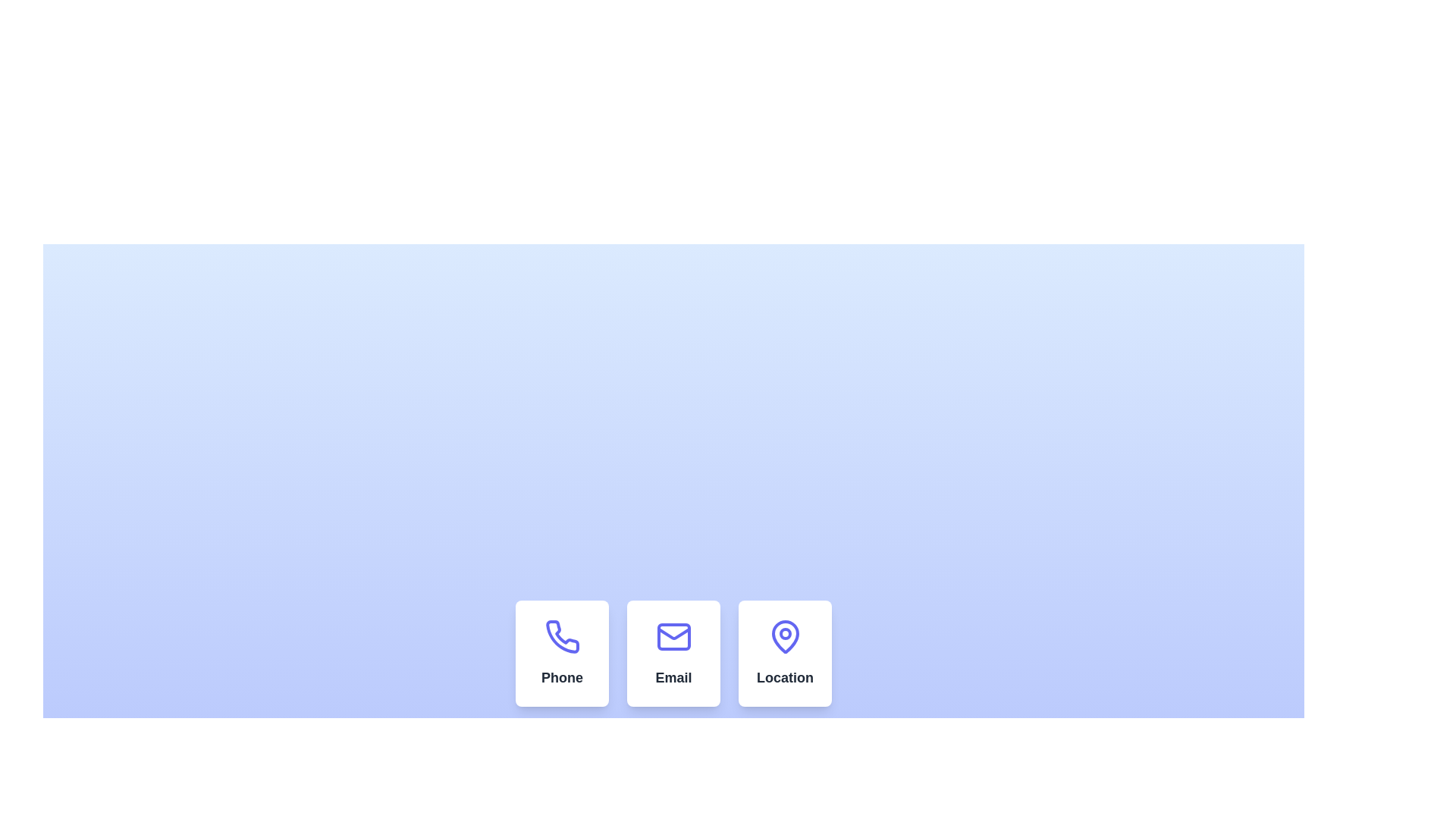 Image resolution: width=1456 pixels, height=819 pixels. What do you see at coordinates (673, 652) in the screenshot?
I see `the email functionality card located in the middle column of the three-column grid layout, which is near the bottom of the view area` at bounding box center [673, 652].